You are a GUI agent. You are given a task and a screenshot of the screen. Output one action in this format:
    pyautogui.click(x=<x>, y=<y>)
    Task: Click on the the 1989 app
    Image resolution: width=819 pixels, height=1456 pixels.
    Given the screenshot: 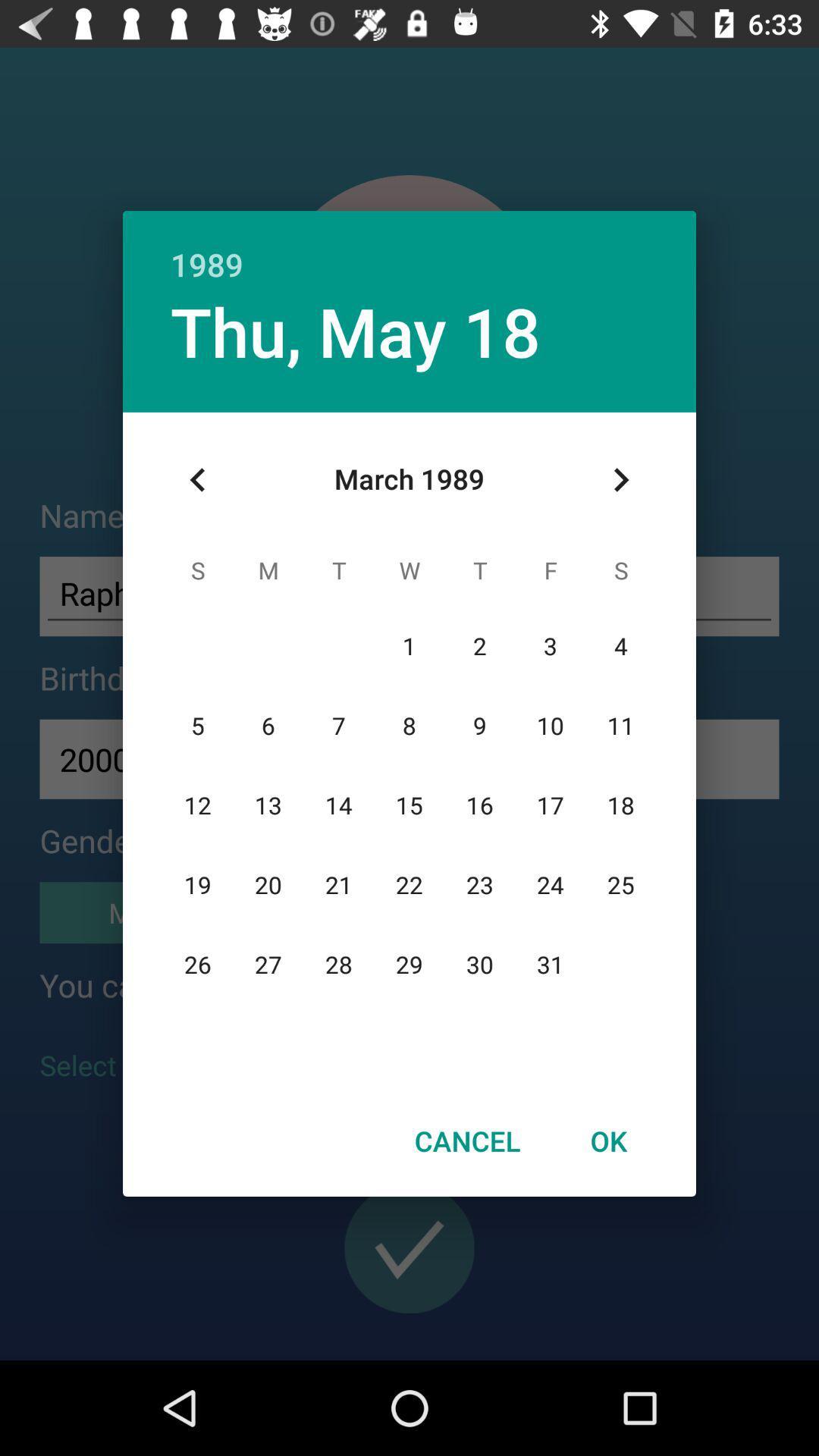 What is the action you would take?
    pyautogui.click(x=409, y=248)
    